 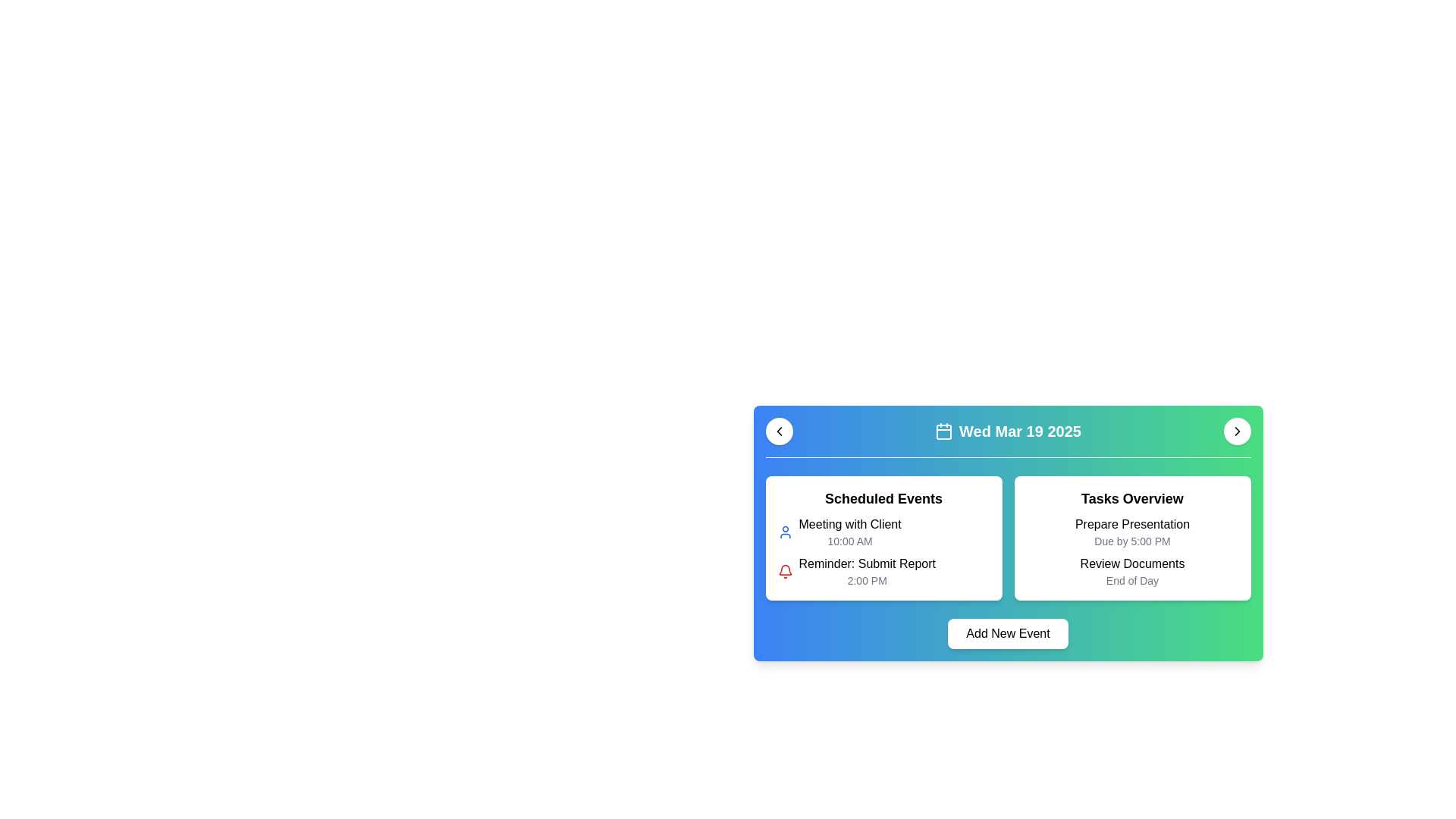 What do you see at coordinates (779, 431) in the screenshot?
I see `the navigation button icon located at the top-left corner of the card-like interface for accessibility navigation` at bounding box center [779, 431].